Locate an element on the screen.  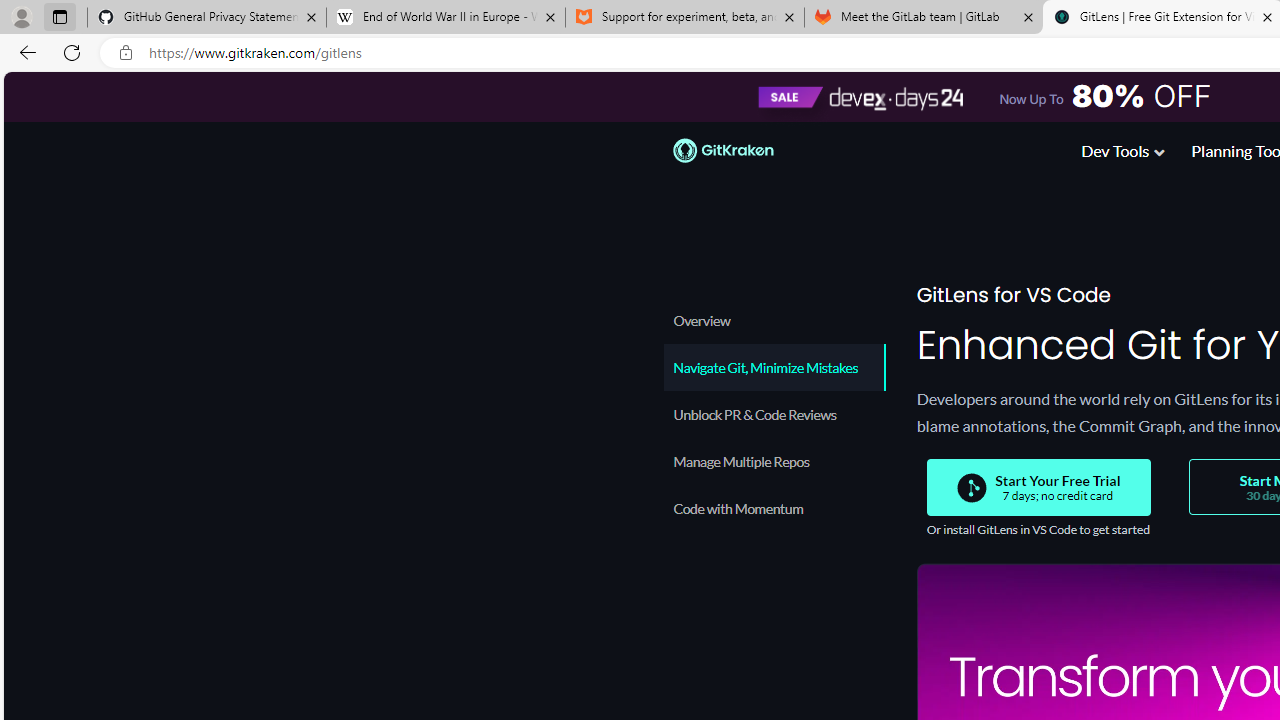
'Start Your Free Trial 7 days; no credit card' is located at coordinates (1038, 487).